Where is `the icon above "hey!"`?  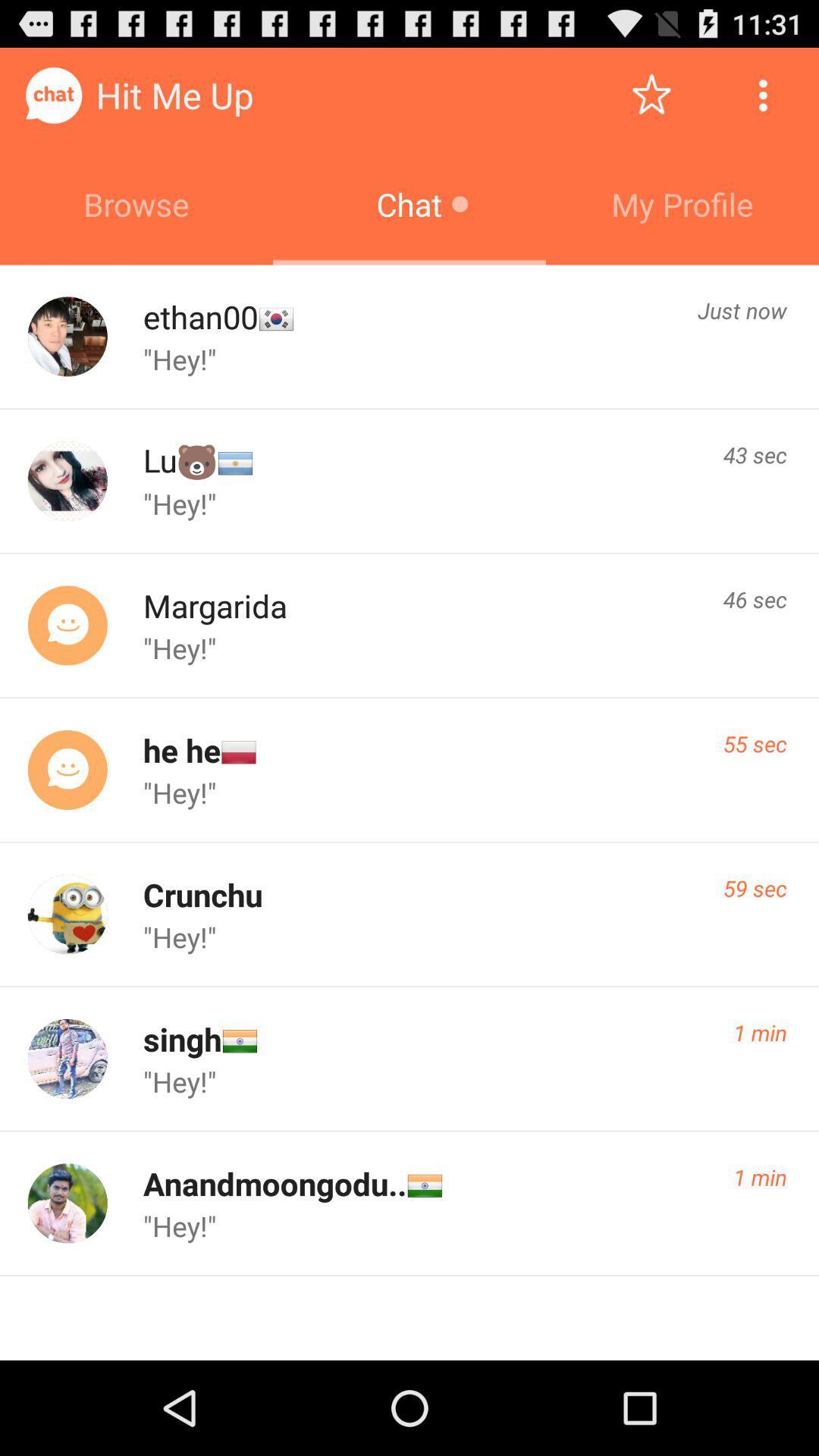 the icon above "hey!" is located at coordinates (199, 315).